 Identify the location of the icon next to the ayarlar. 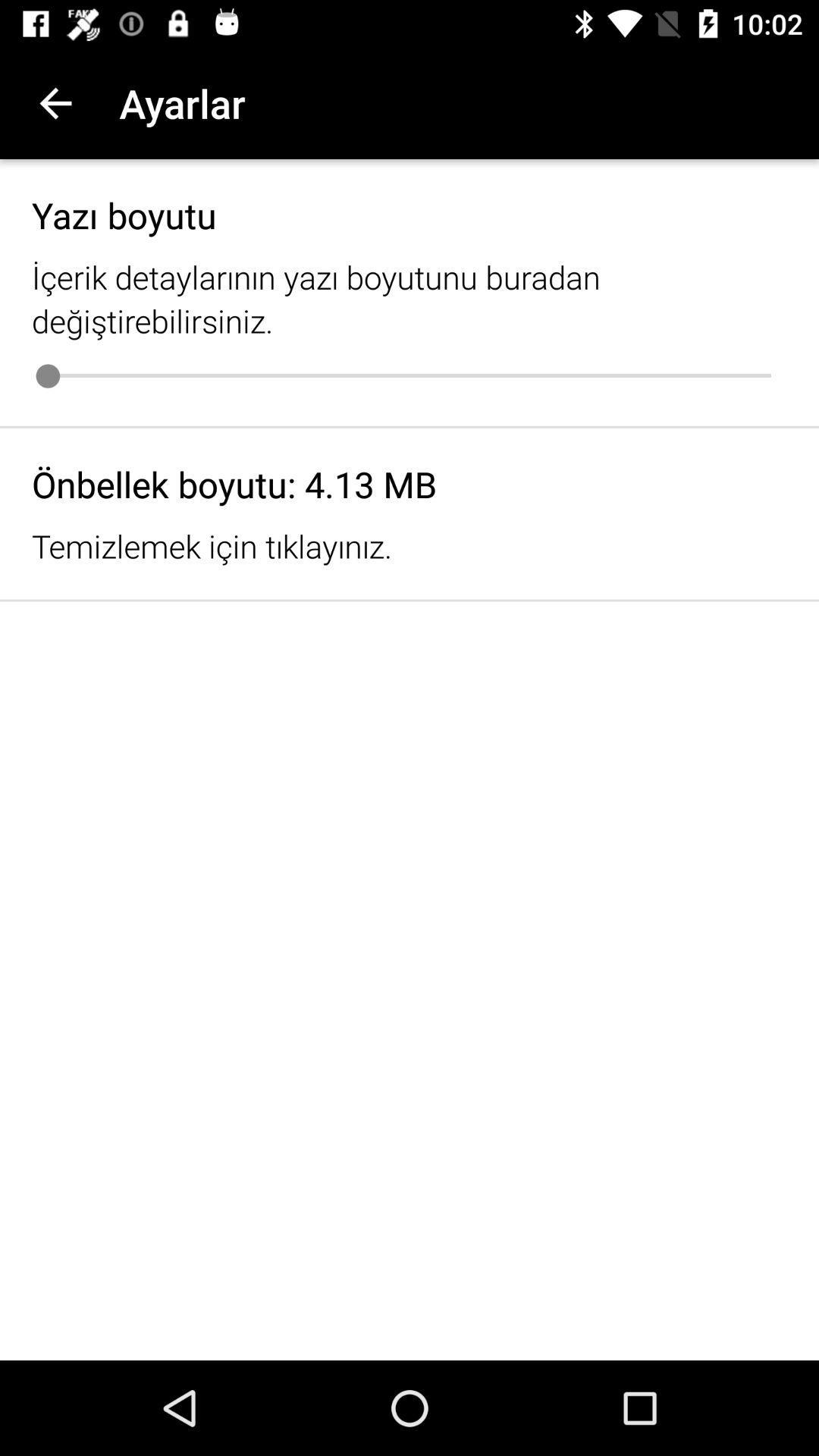
(55, 102).